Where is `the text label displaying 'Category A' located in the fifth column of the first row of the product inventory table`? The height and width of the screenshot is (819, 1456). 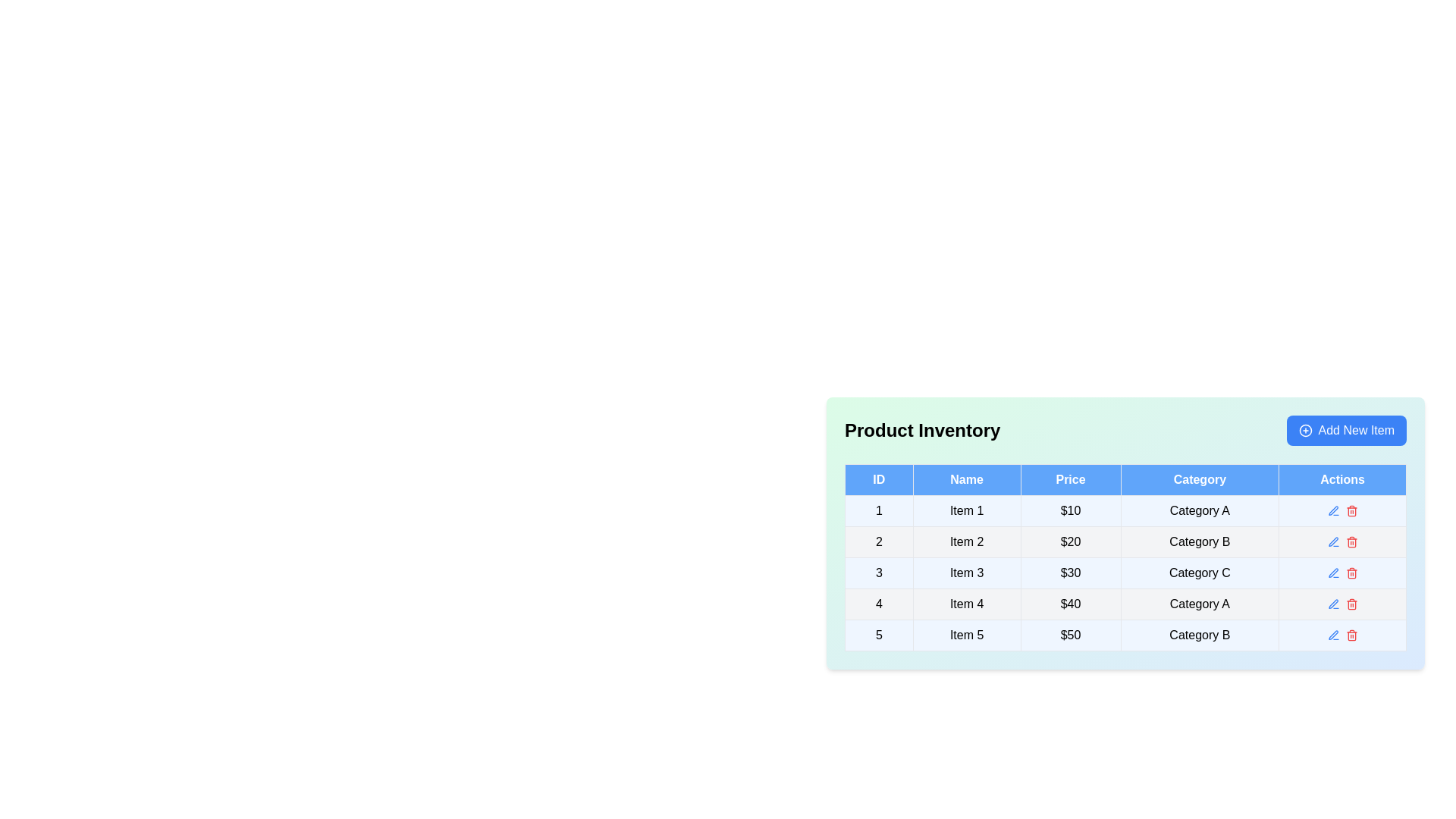
the text label displaying 'Category A' located in the fifth column of the first row of the product inventory table is located at coordinates (1199, 511).